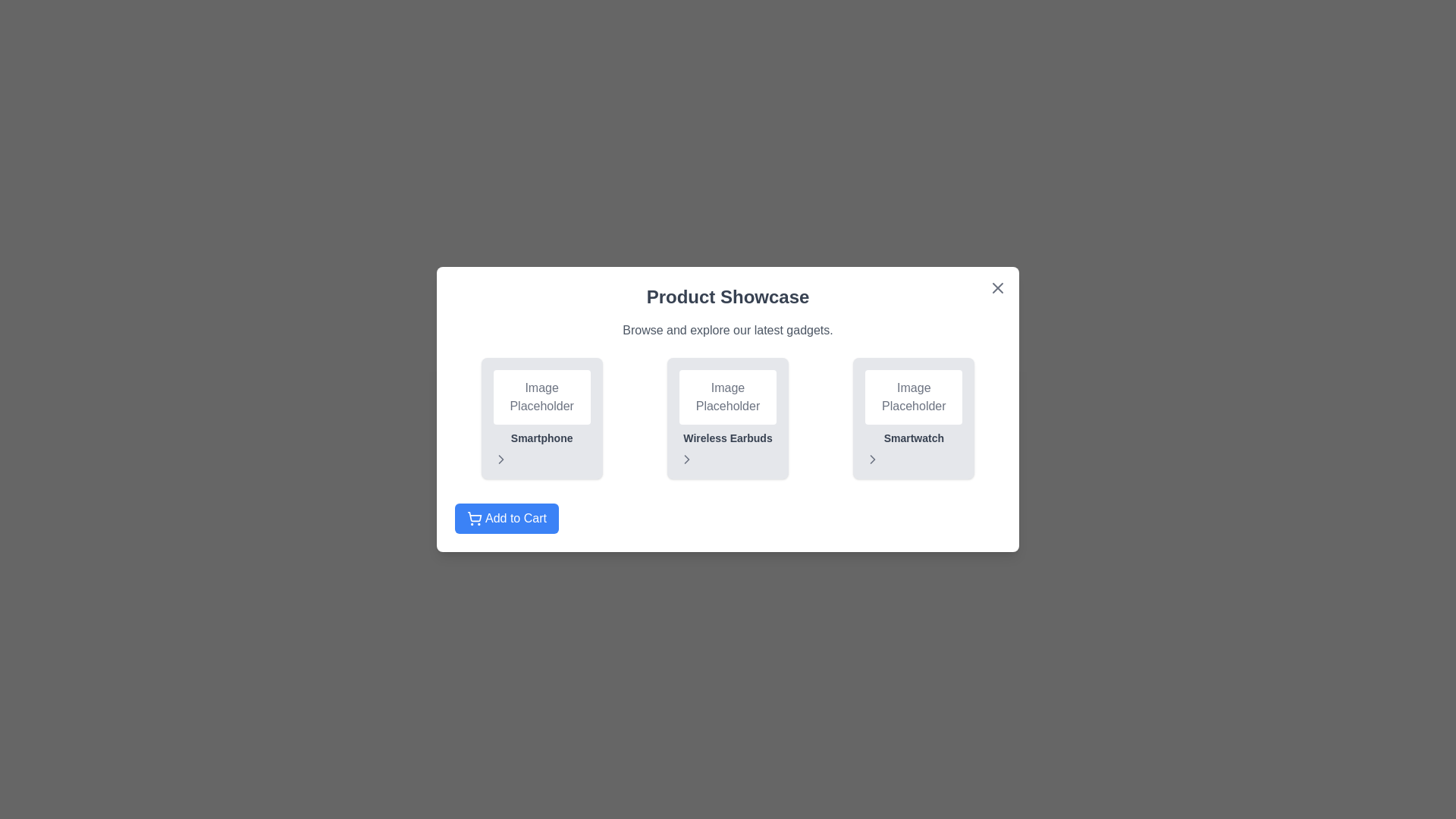  I want to click on the 'Wireless Earbuds' product showcase card located in the 'Product Showcase' modal, so click(728, 409).